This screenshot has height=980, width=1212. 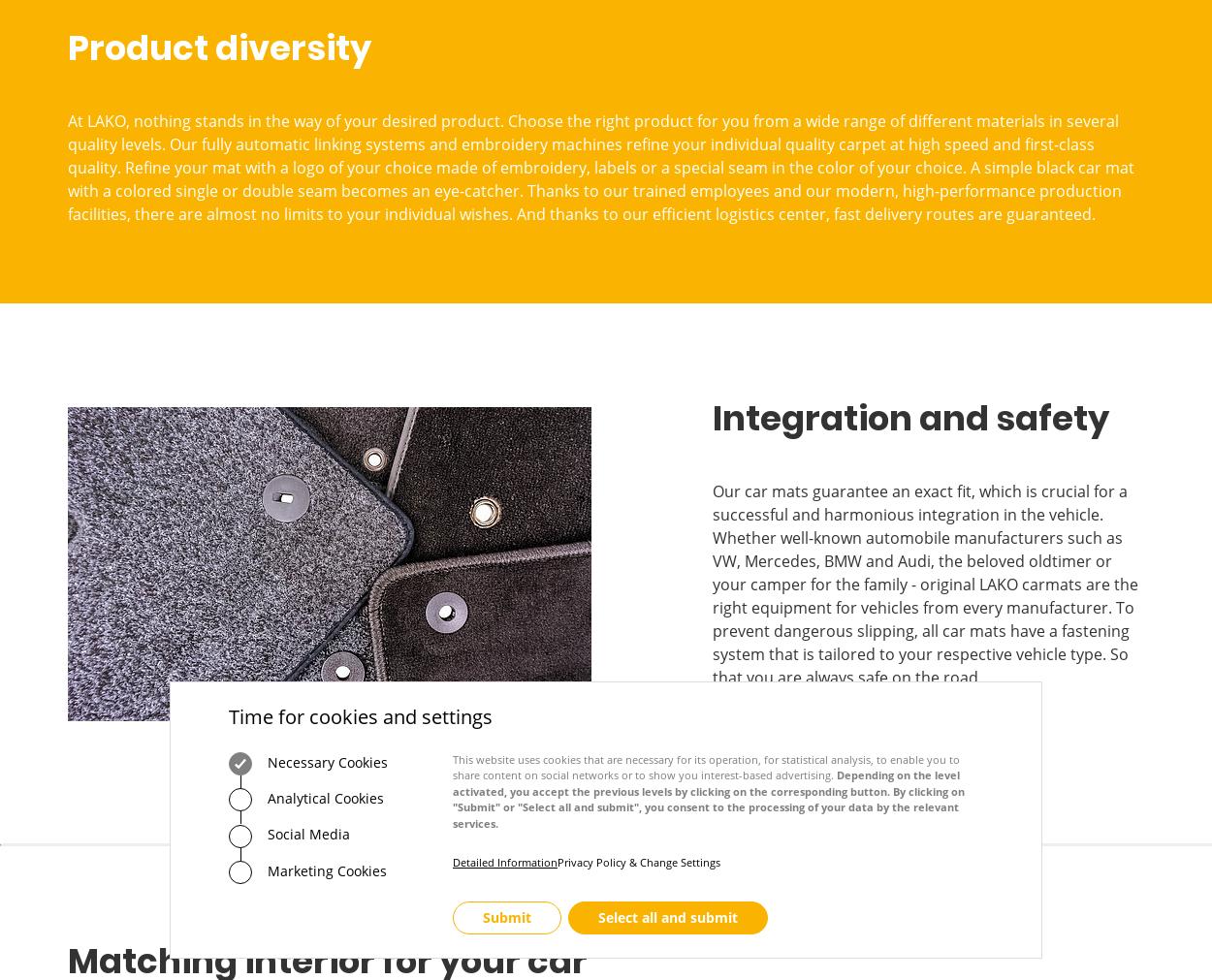 I want to click on 'Integration and safety', so click(x=909, y=416).